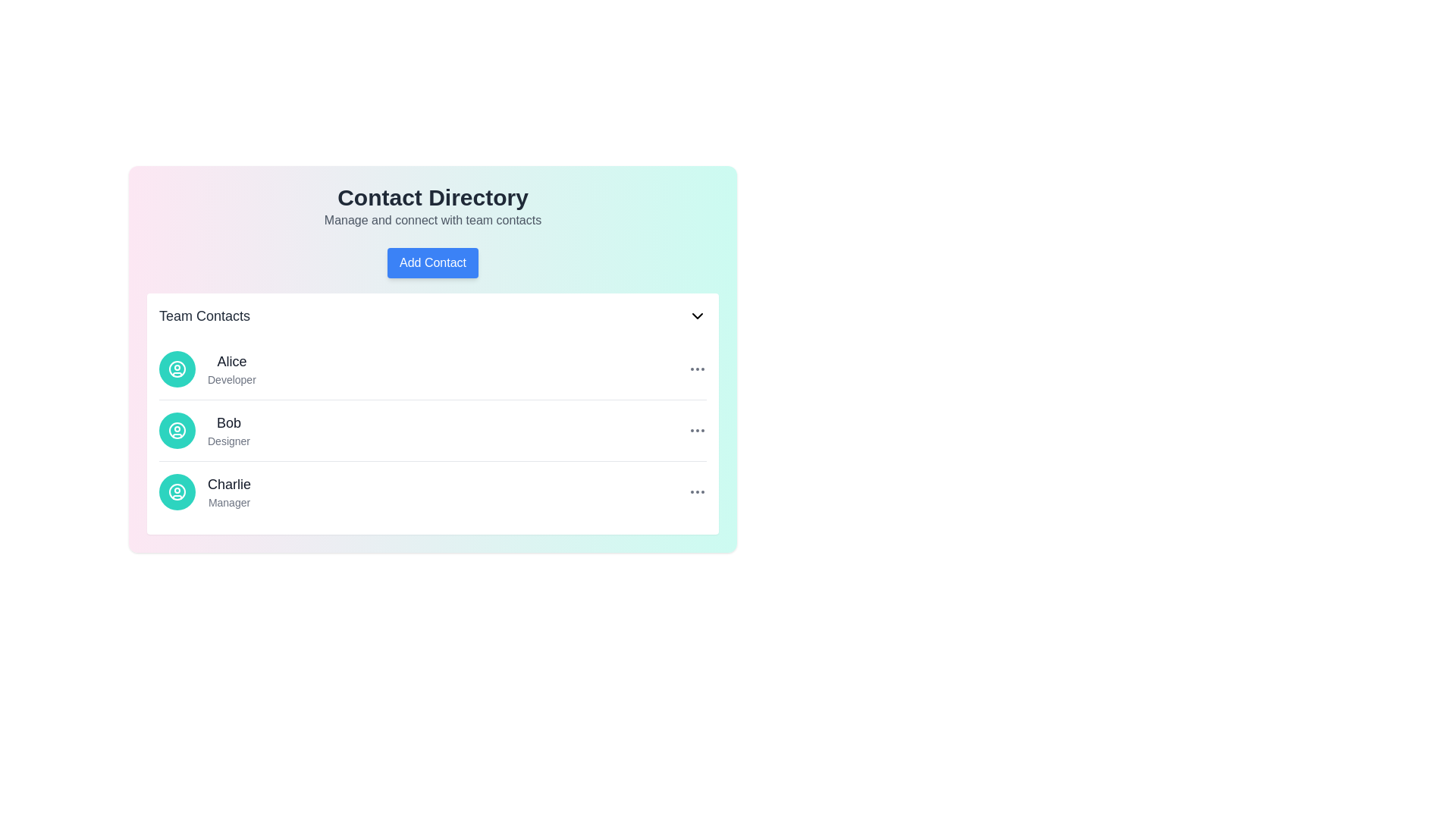 This screenshot has height=819, width=1456. What do you see at coordinates (177, 430) in the screenshot?
I see `the user profile icon for 'Bob' located in the 'Team Contacts' section, which is the second icon in the list` at bounding box center [177, 430].